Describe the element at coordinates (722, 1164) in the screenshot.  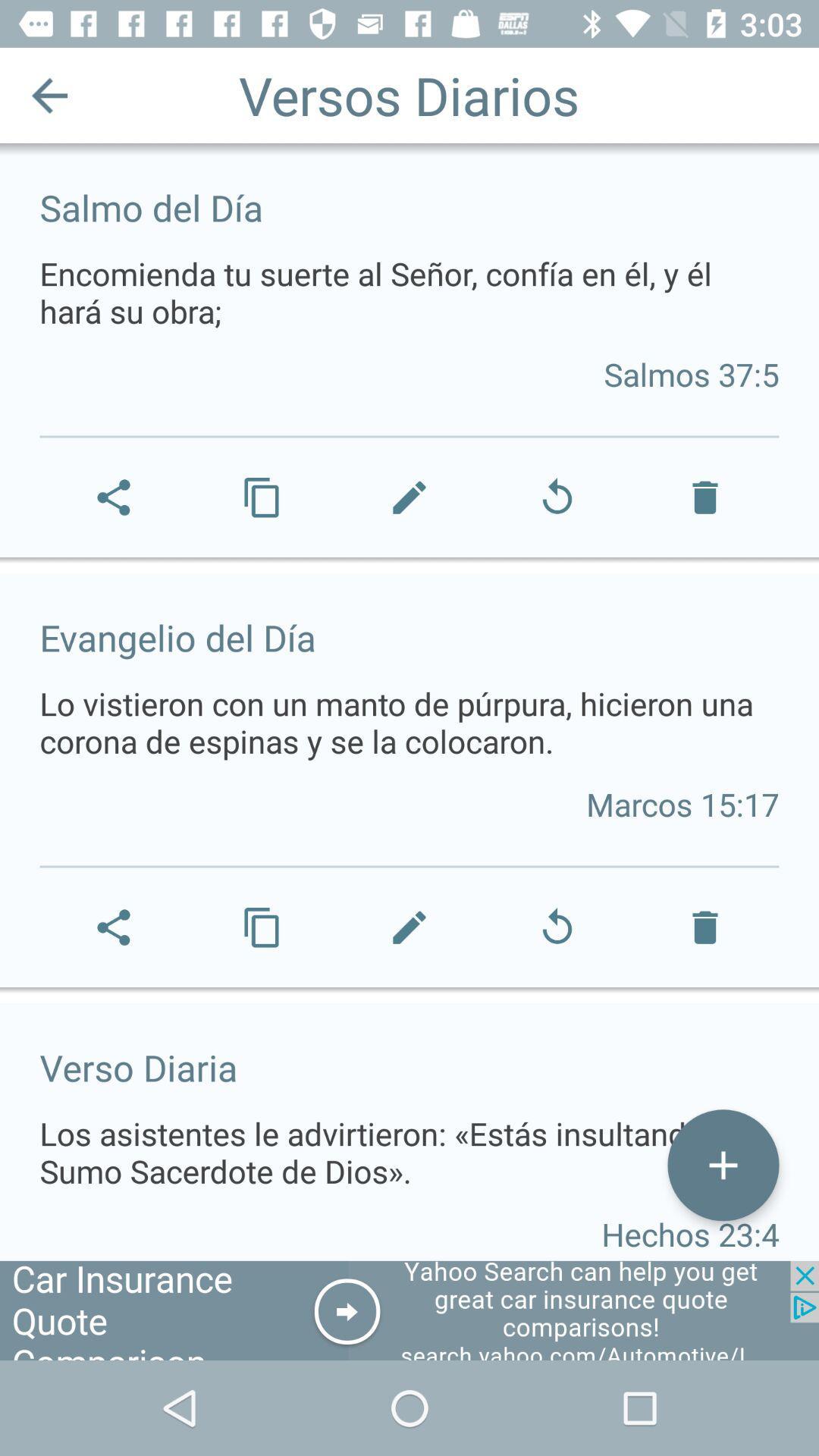
I see `app below the verso diaria icon` at that location.